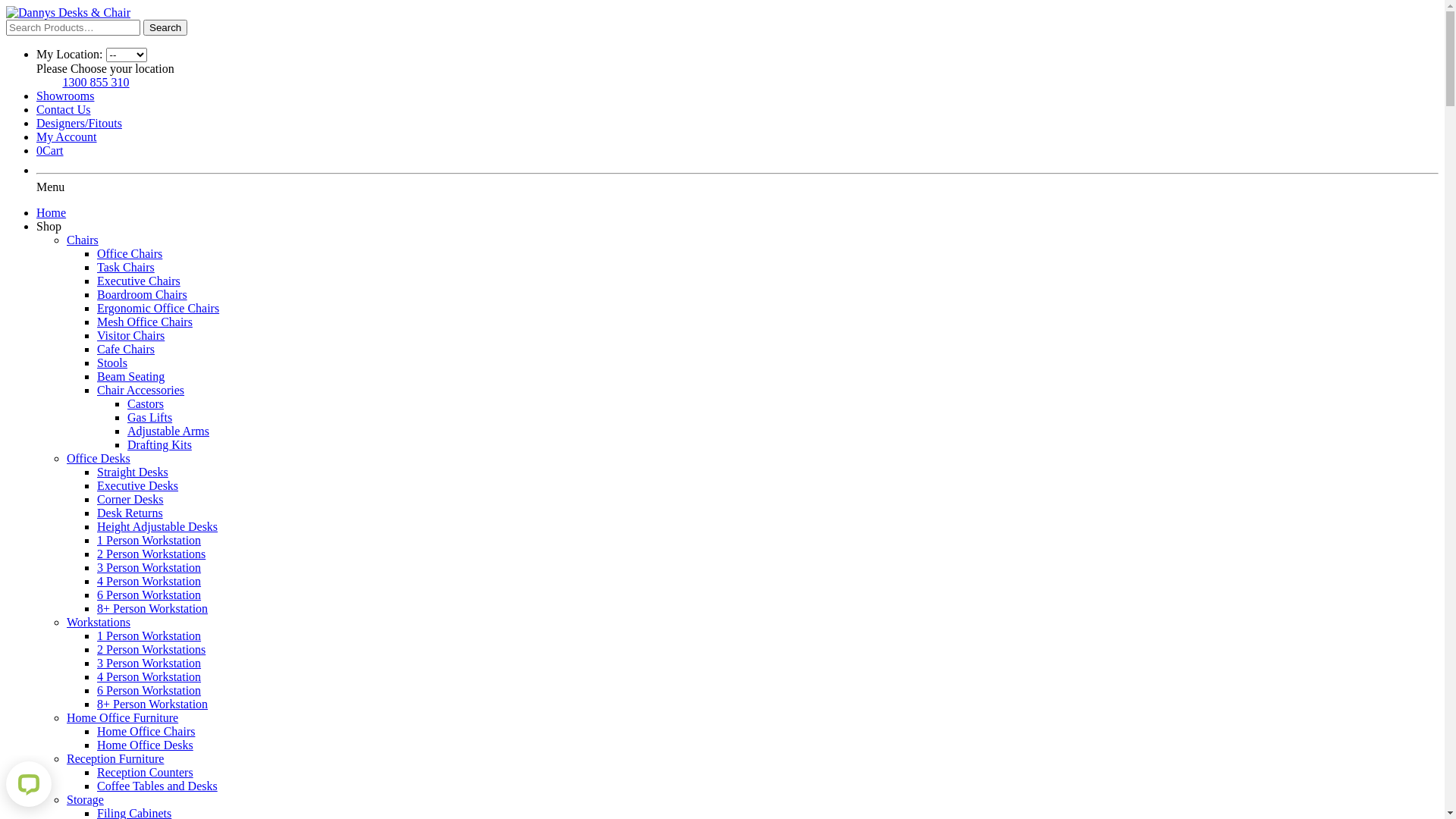  I want to click on 'Height Adjustable Desks', so click(157, 526).